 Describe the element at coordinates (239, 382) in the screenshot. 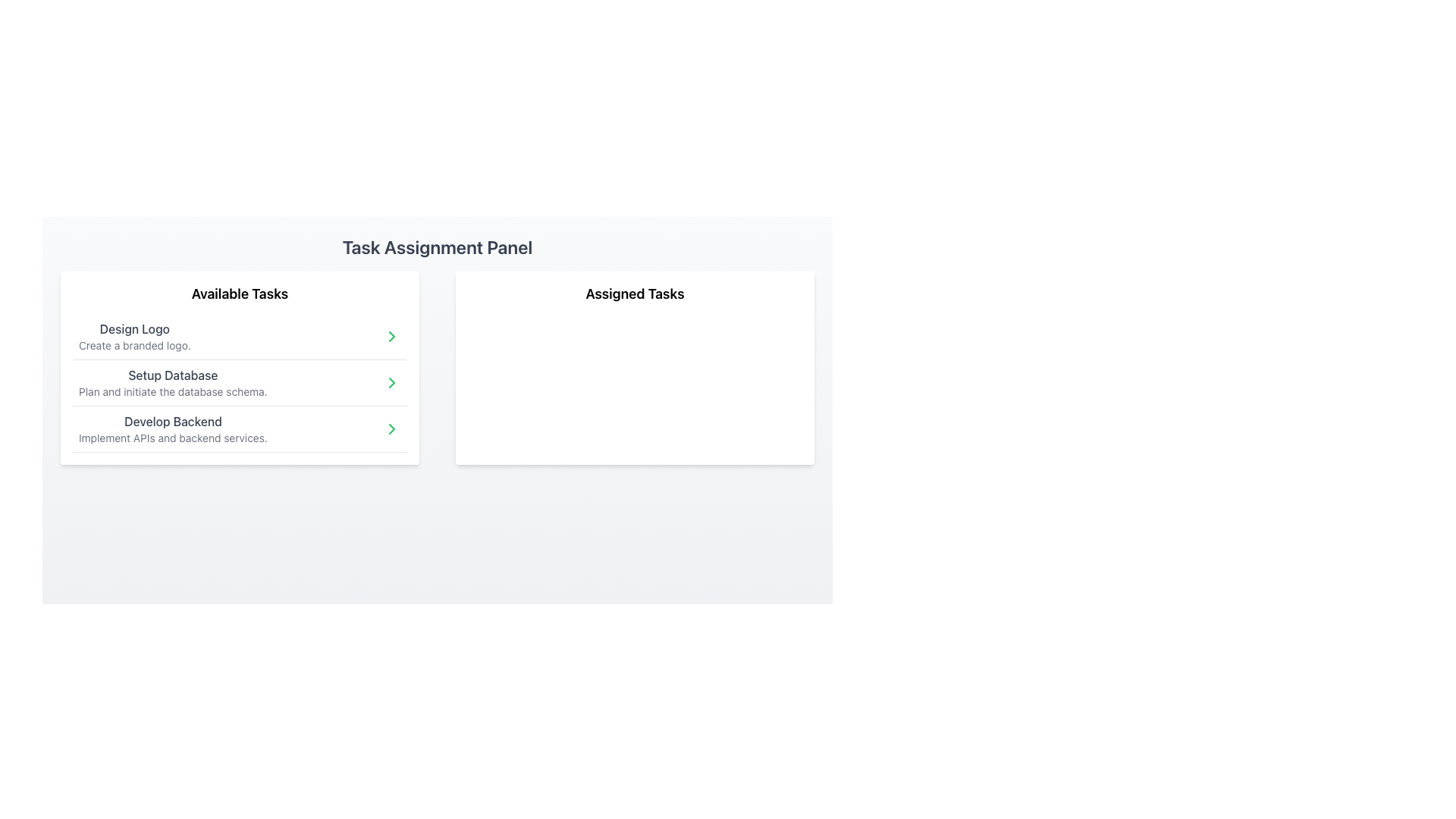

I see `the task item titled 'Setup Database' with the subtitle 'Plan and initiate the database schema.'` at that location.